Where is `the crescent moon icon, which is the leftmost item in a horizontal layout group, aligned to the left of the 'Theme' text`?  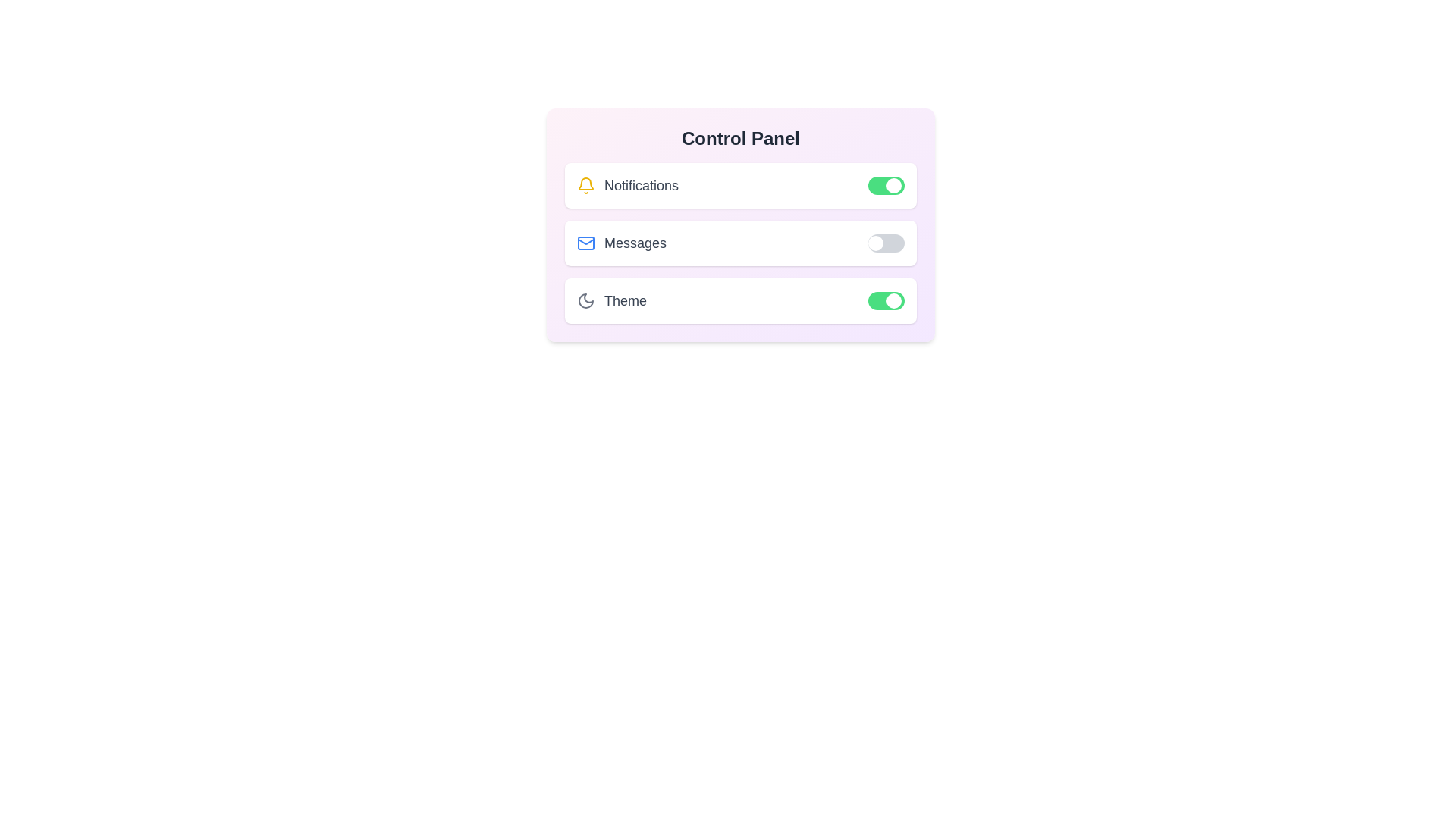
the crescent moon icon, which is the leftmost item in a horizontal layout group, aligned to the left of the 'Theme' text is located at coordinates (585, 301).